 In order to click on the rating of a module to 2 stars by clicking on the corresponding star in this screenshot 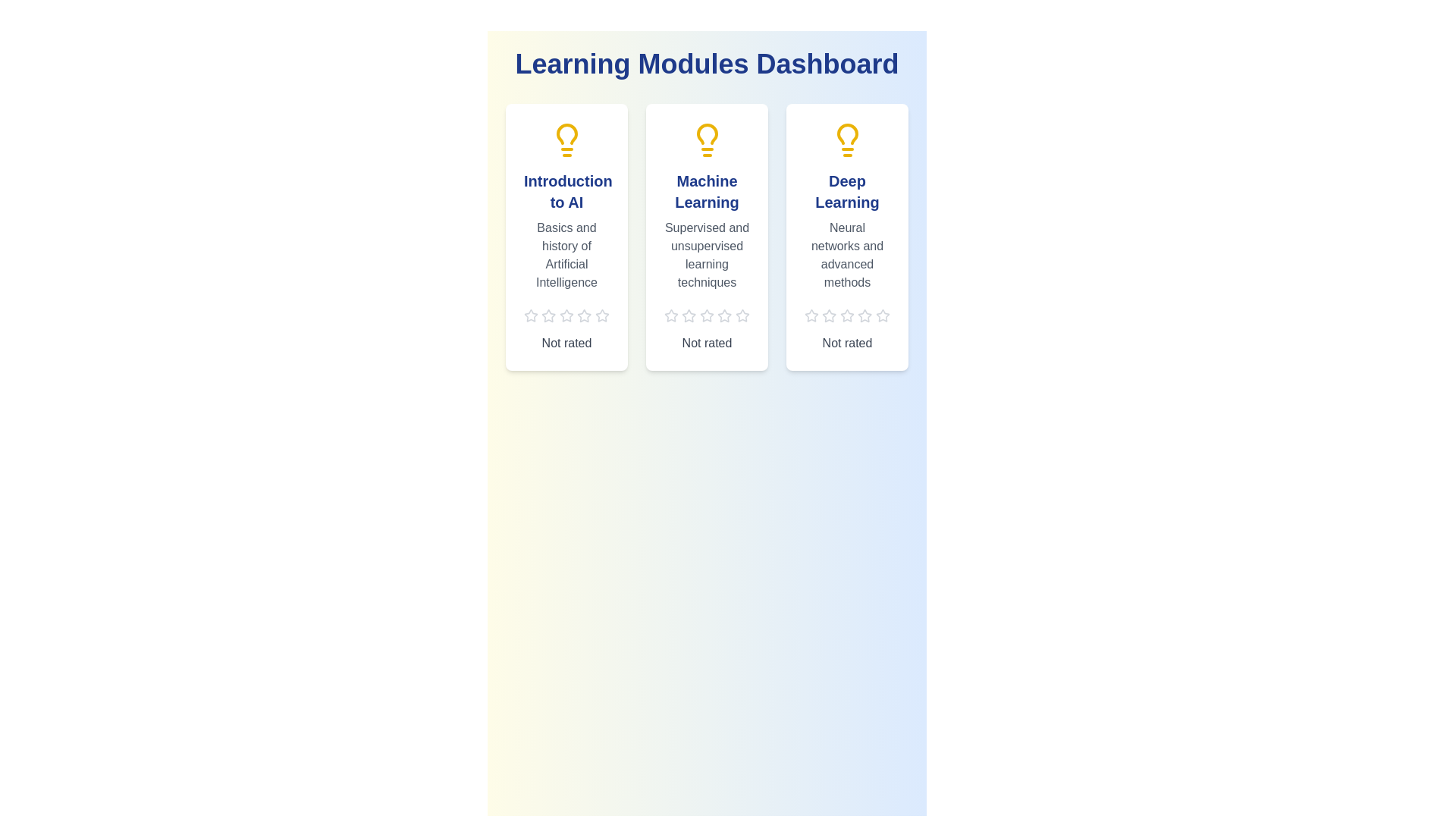, I will do `click(548, 315)`.